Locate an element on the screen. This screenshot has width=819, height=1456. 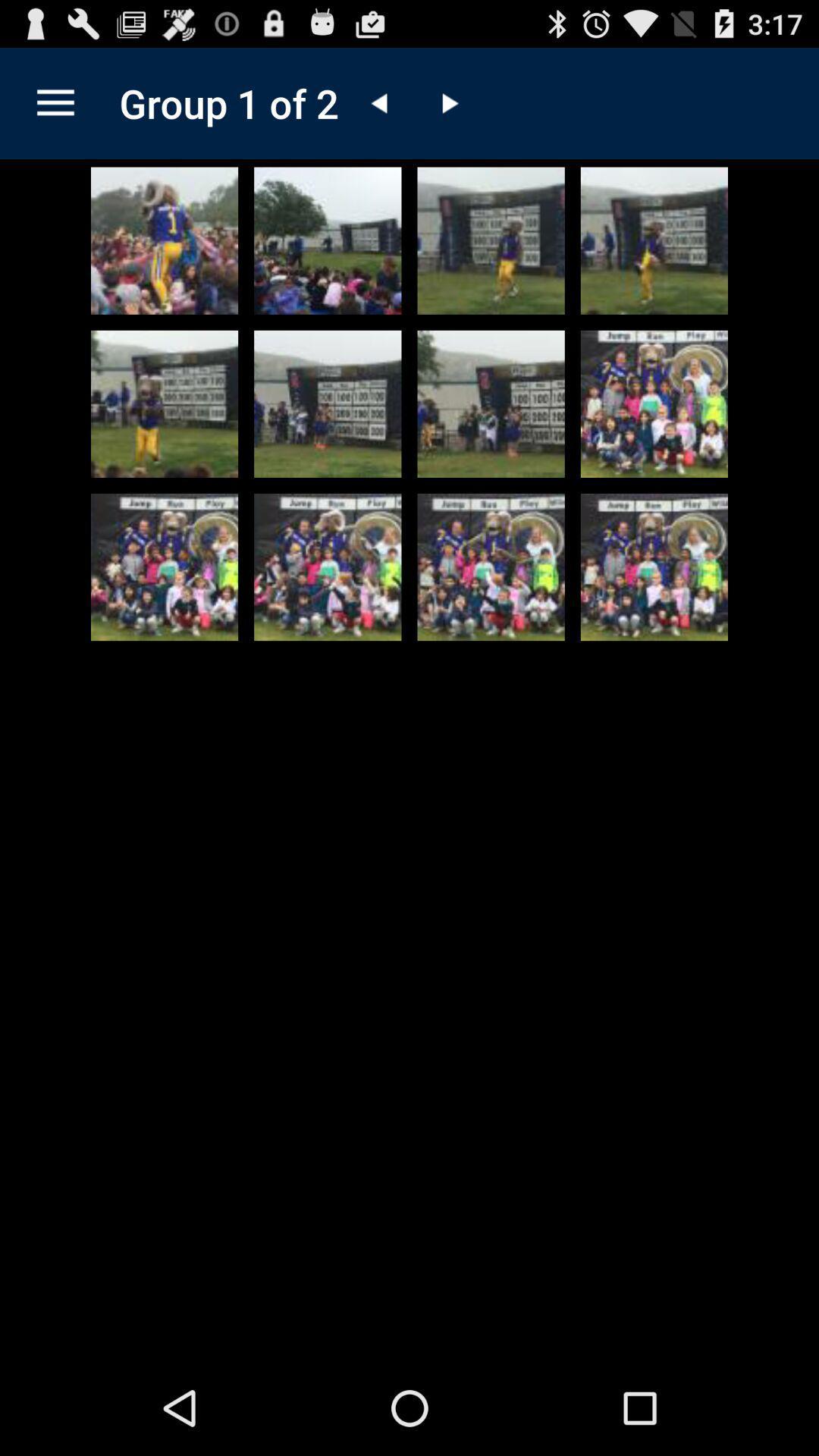
click picture is located at coordinates (653, 403).